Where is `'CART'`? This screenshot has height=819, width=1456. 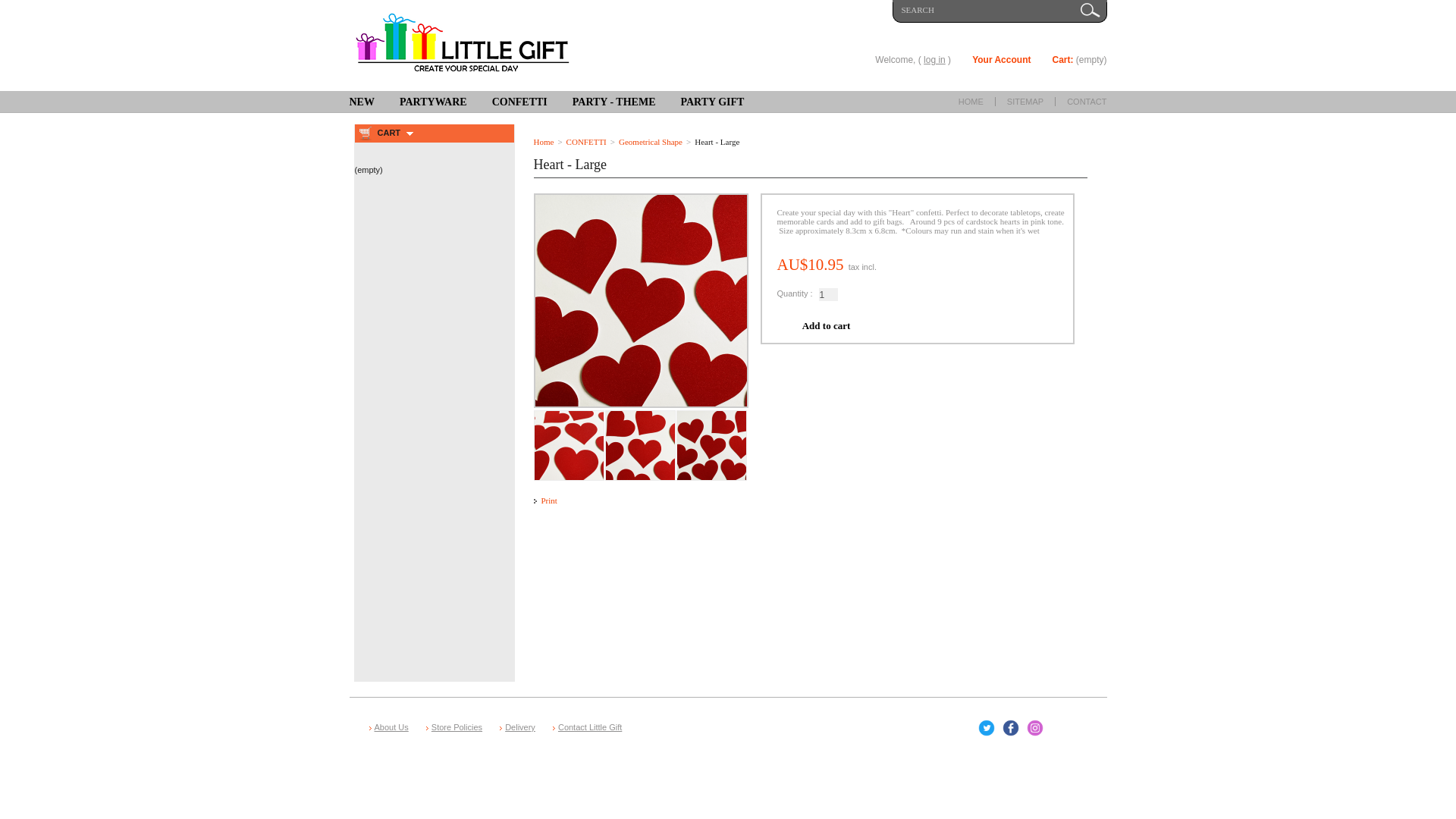 'CART' is located at coordinates (389, 131).